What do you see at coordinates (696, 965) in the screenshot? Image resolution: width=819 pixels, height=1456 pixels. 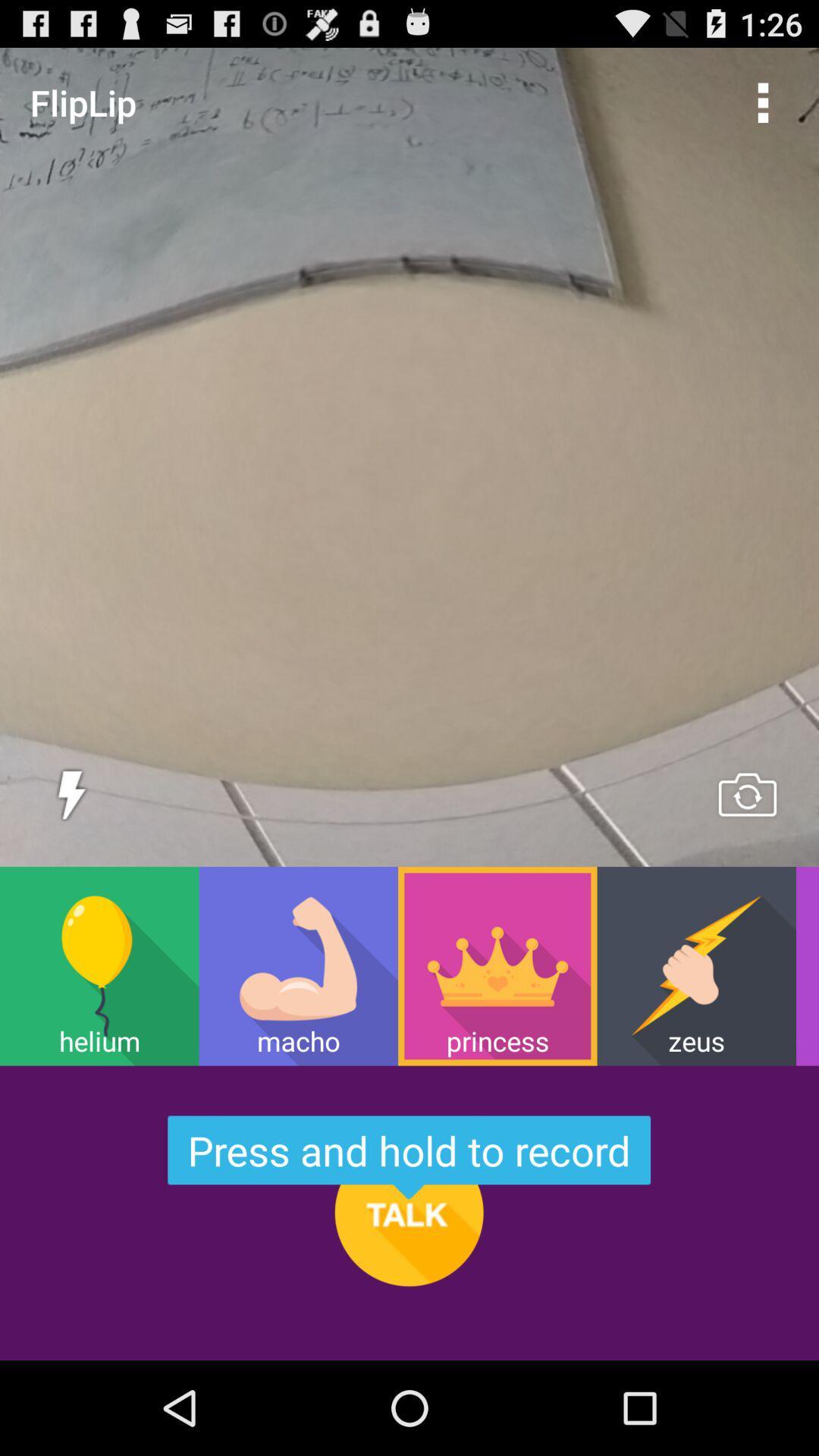 I see `item to the left of wacko` at bounding box center [696, 965].